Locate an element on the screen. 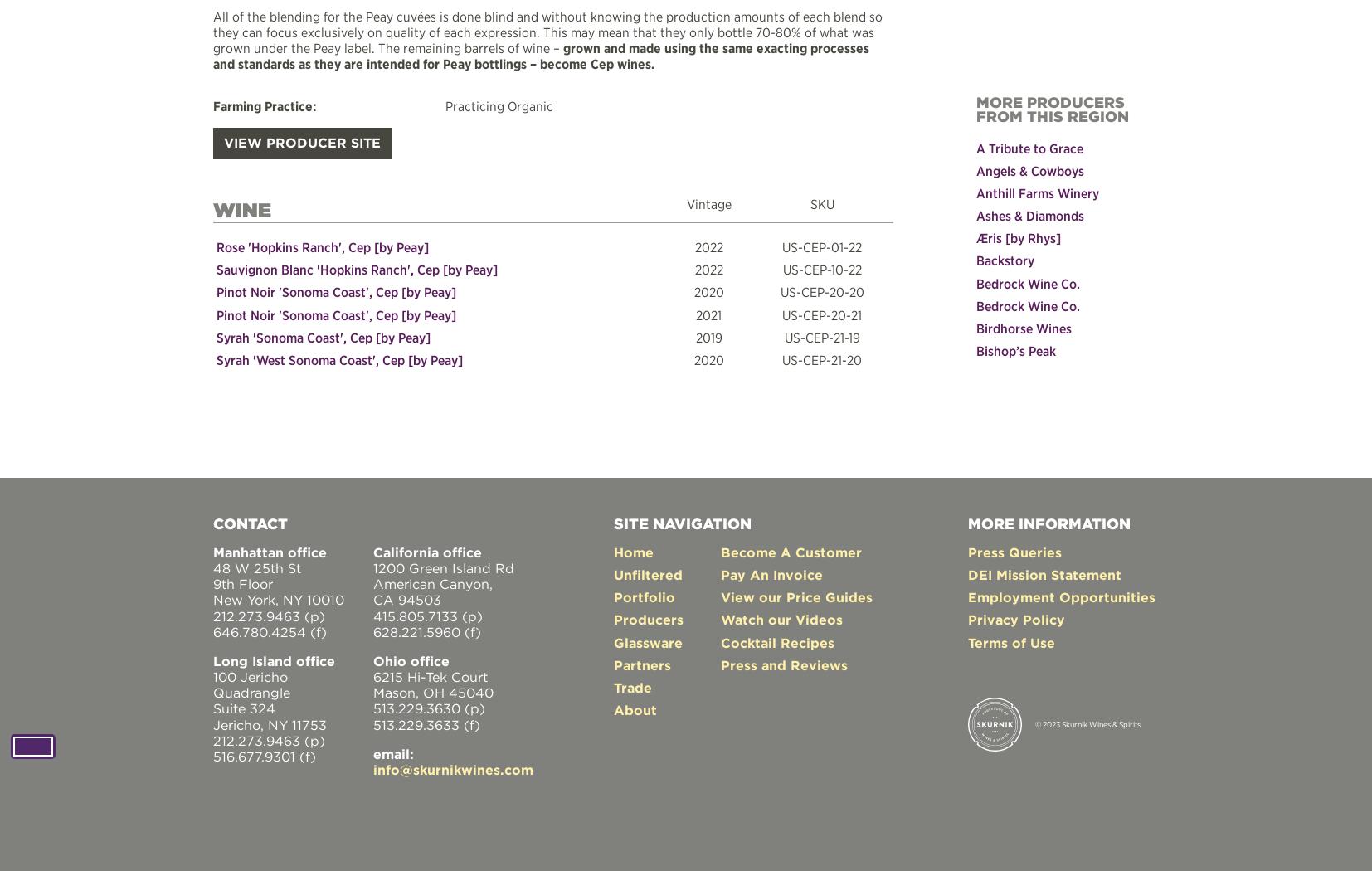 This screenshot has width=1372, height=871. 'Partners' is located at coordinates (642, 664).